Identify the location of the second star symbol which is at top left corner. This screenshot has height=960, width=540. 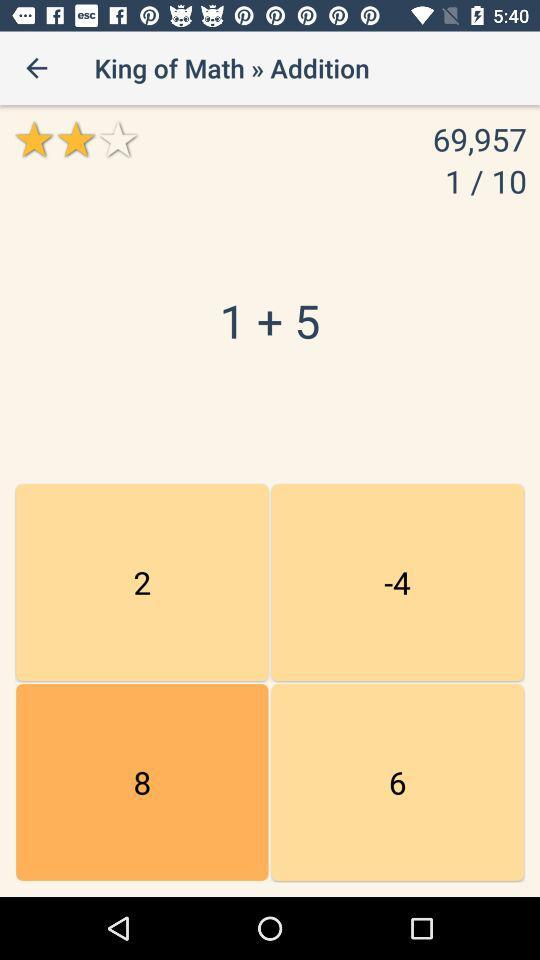
(74, 138).